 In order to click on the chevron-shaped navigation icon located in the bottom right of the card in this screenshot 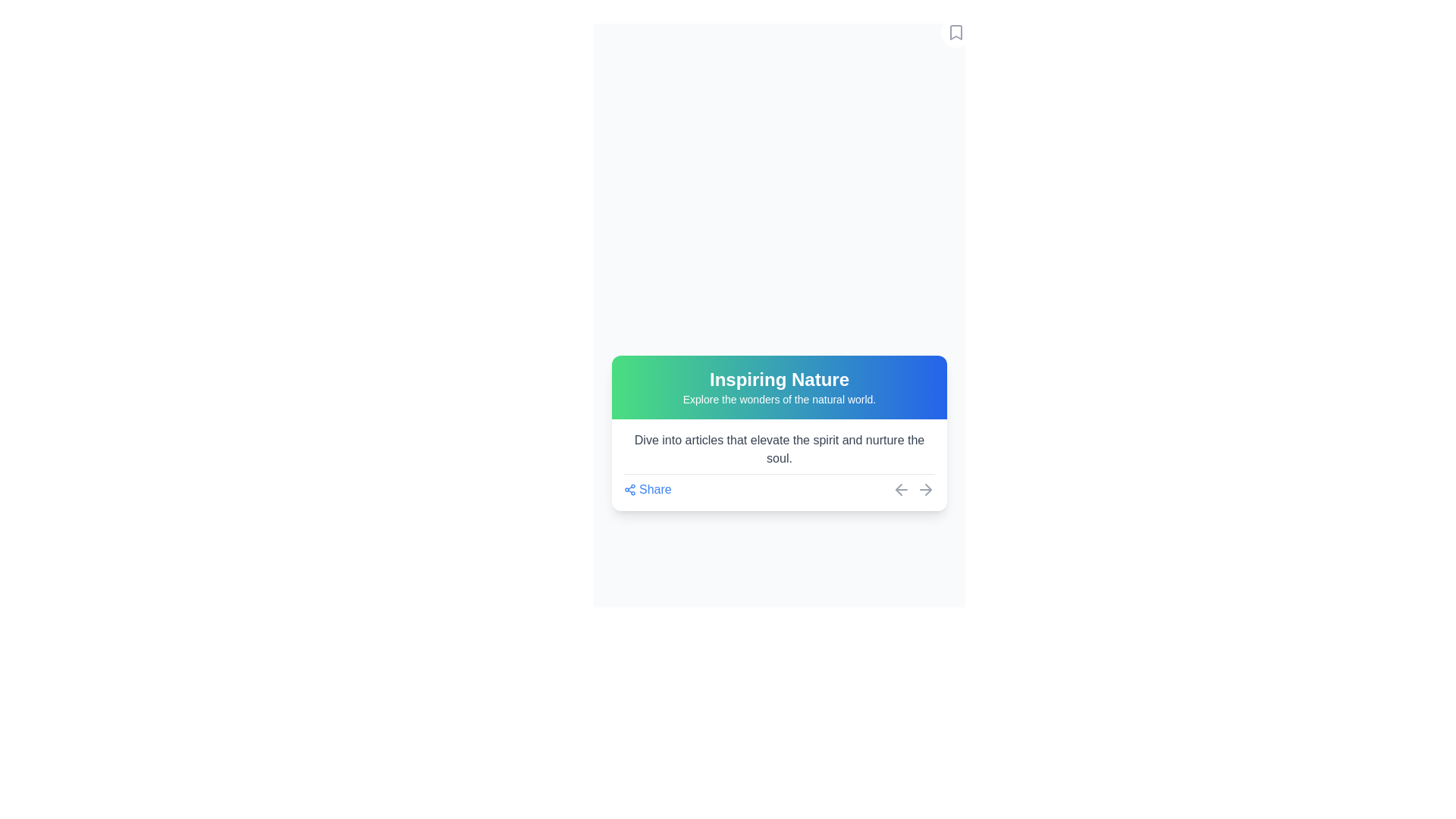, I will do `click(927, 489)`.